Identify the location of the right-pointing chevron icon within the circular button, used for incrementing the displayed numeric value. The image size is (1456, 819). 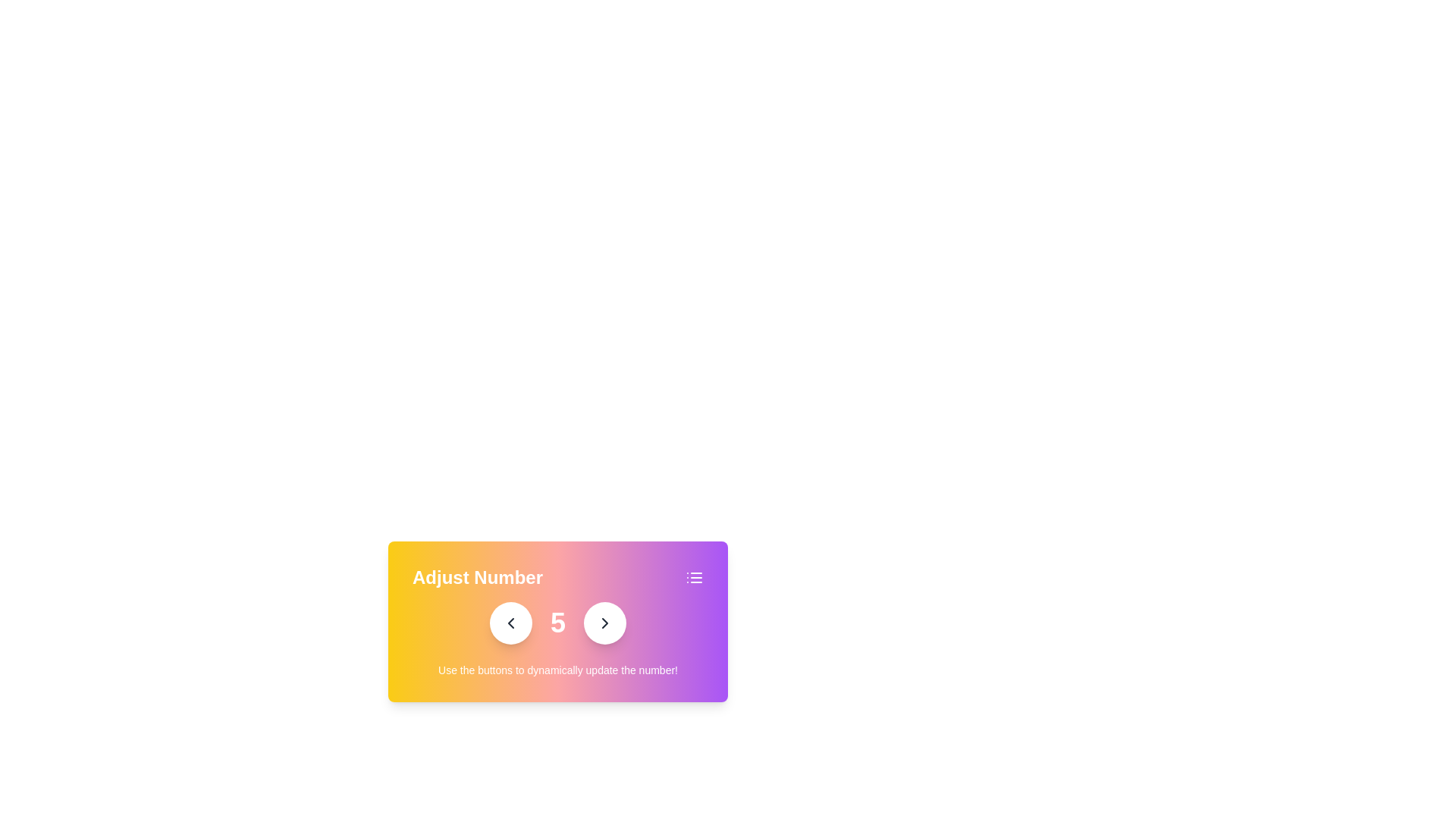
(604, 623).